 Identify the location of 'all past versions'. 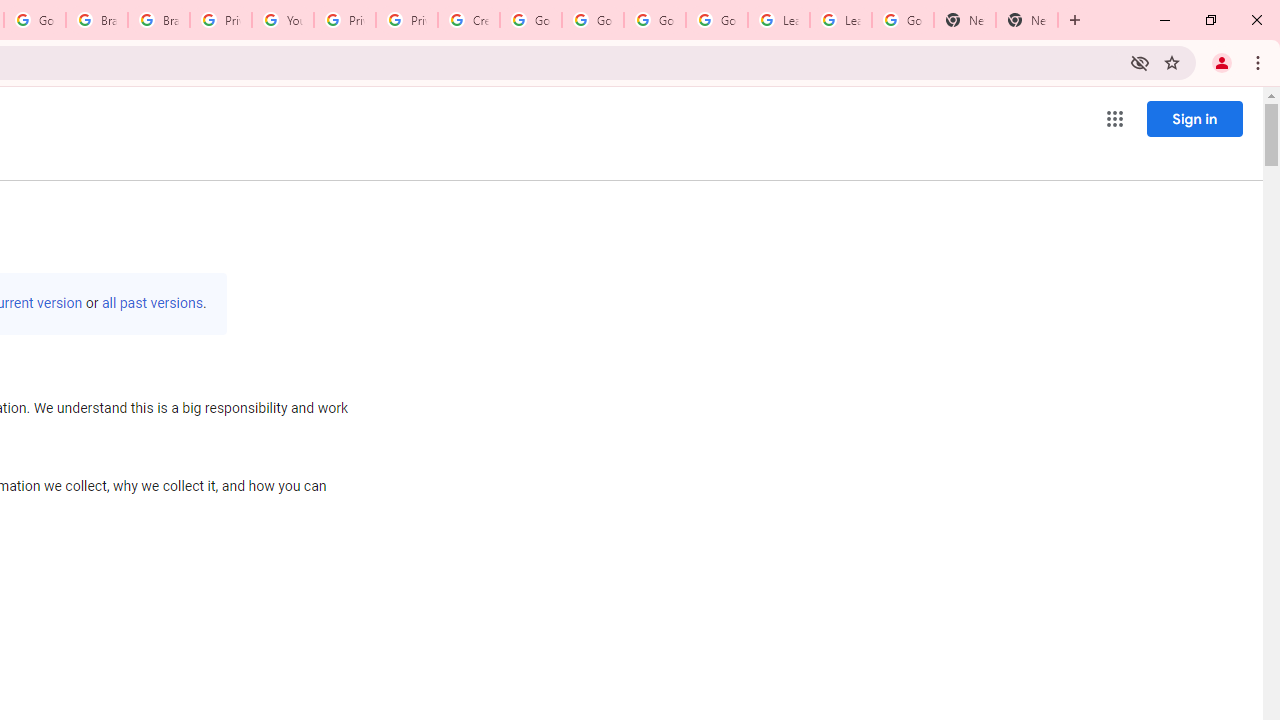
(151, 303).